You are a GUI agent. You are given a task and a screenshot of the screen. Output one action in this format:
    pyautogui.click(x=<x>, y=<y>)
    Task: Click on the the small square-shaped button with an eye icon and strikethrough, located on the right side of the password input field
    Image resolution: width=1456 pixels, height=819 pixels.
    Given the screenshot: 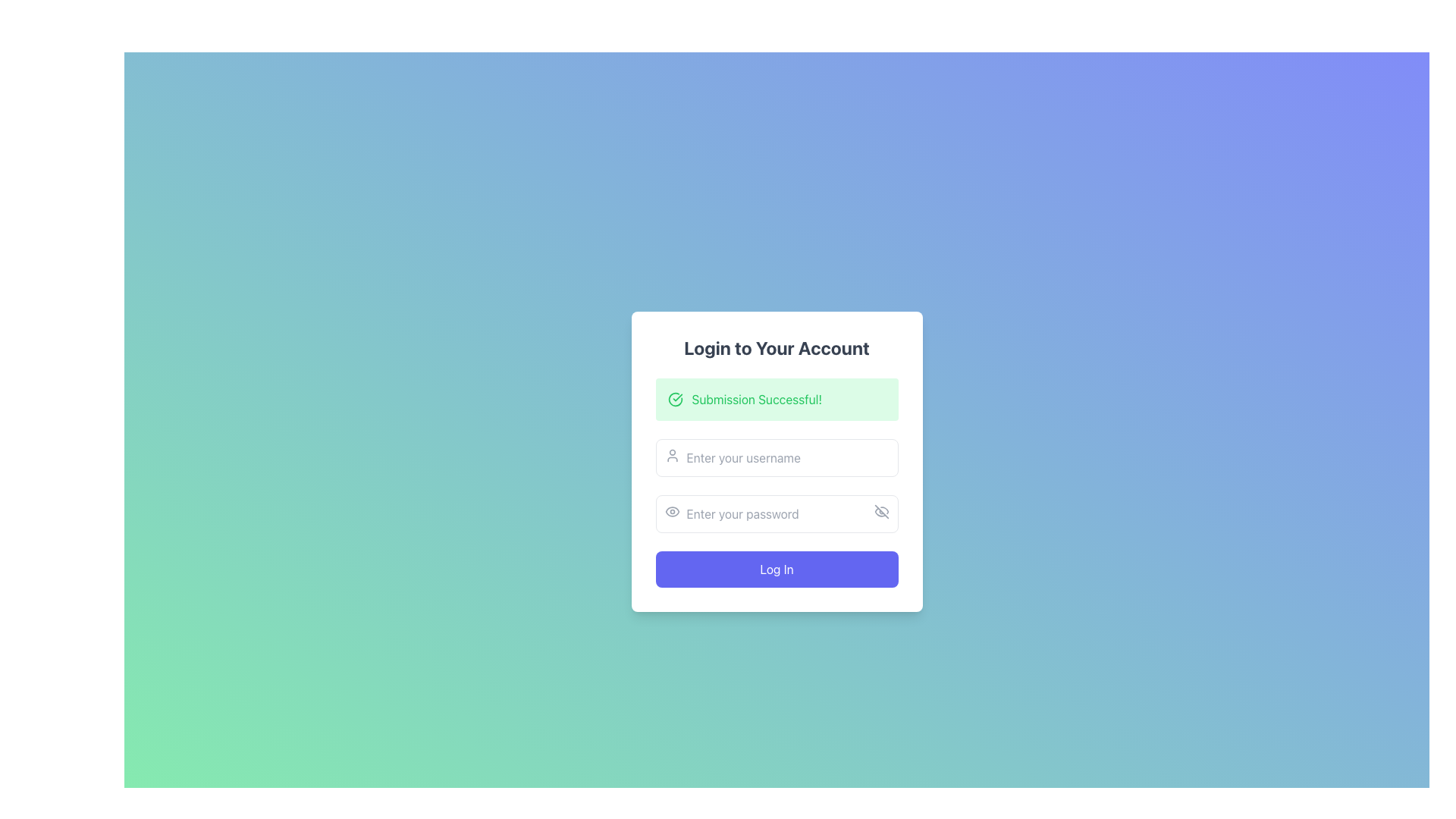 What is the action you would take?
    pyautogui.click(x=881, y=512)
    